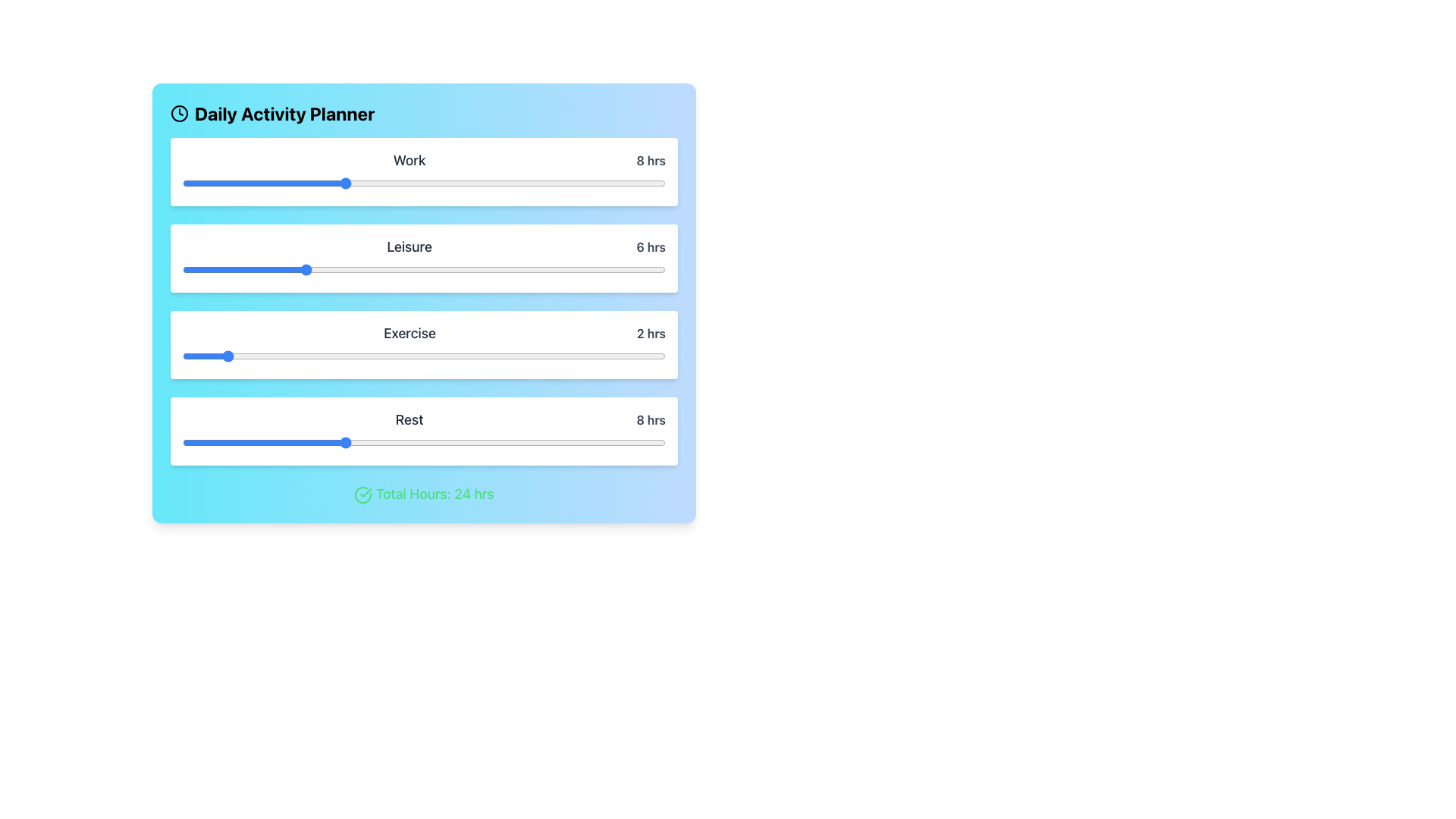 The image size is (1456, 819). What do you see at coordinates (283, 268) in the screenshot?
I see `leisure hours` at bounding box center [283, 268].